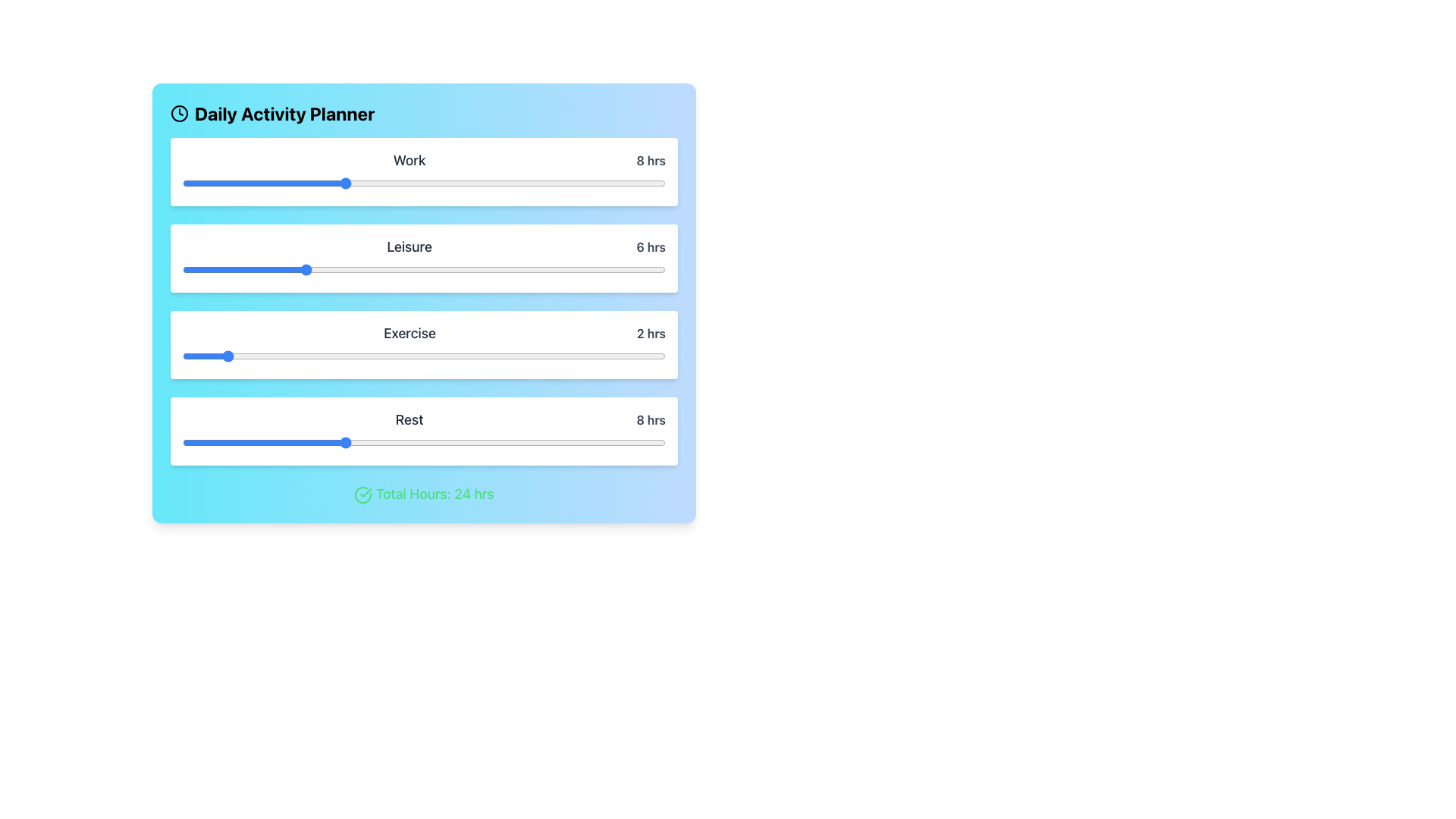 The image size is (1456, 819). What do you see at coordinates (283, 268) in the screenshot?
I see `leisure hours` at bounding box center [283, 268].